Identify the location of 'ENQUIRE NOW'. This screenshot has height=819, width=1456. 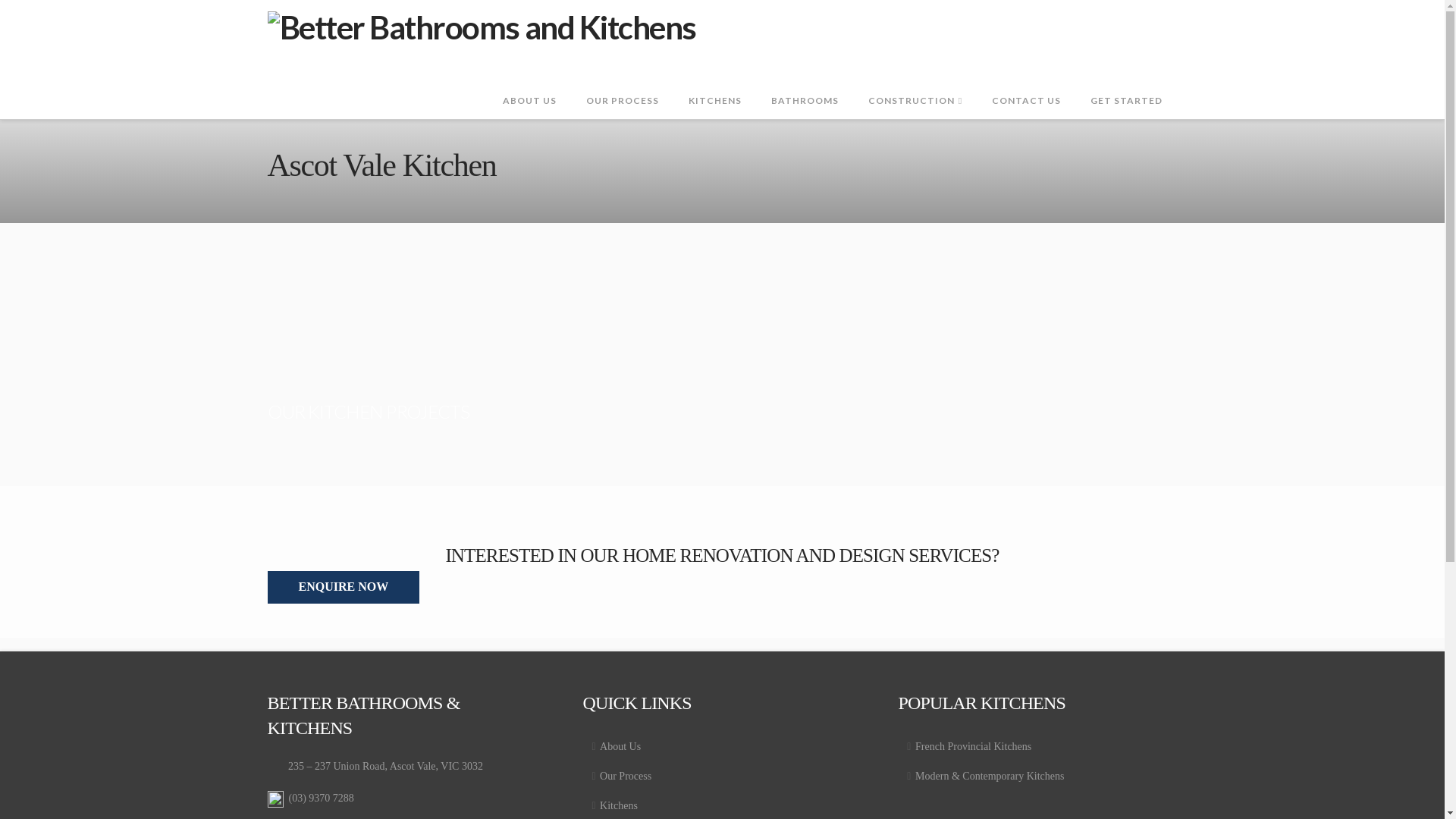
(342, 586).